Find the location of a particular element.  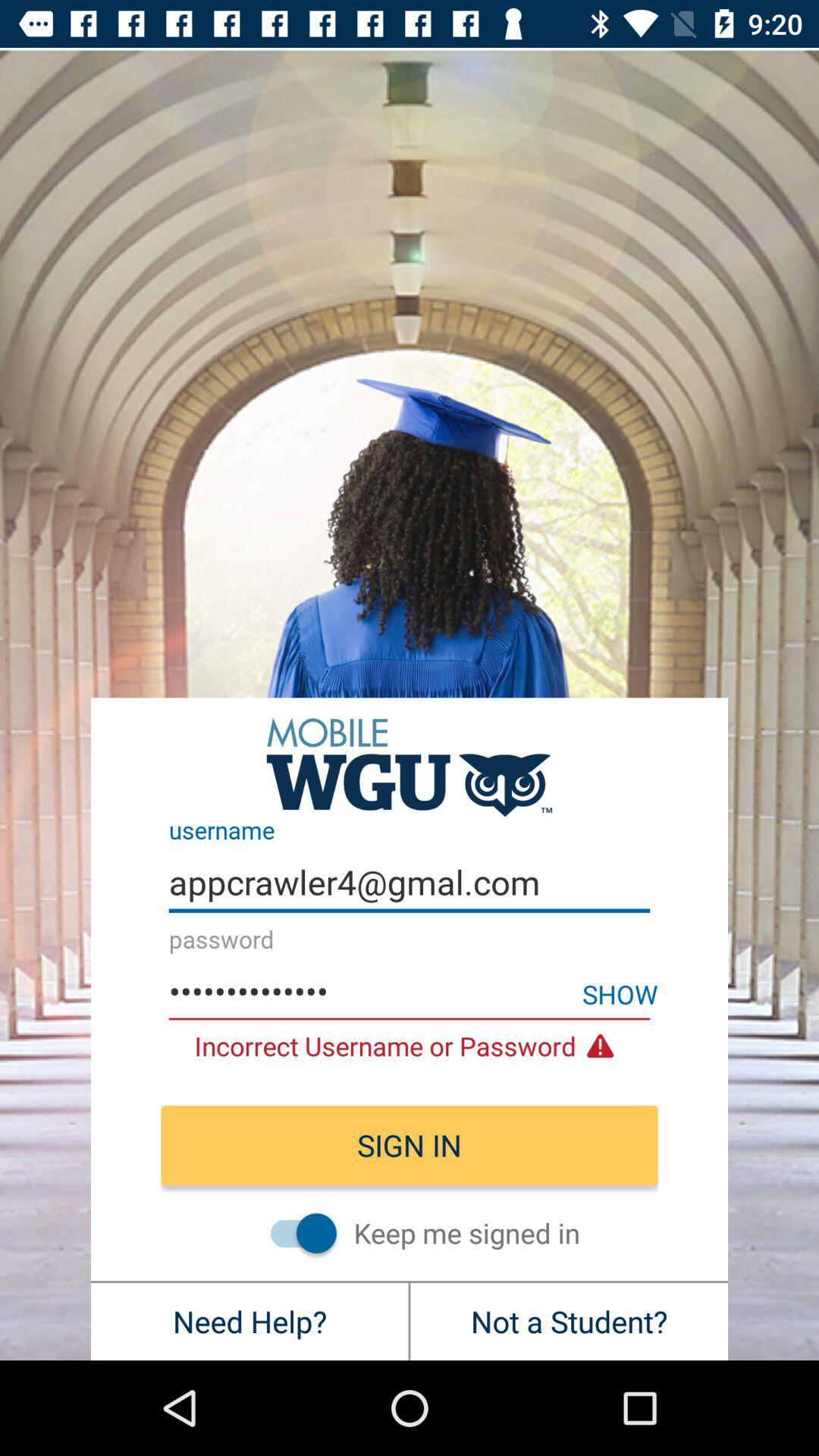

the show item is located at coordinates (620, 993).